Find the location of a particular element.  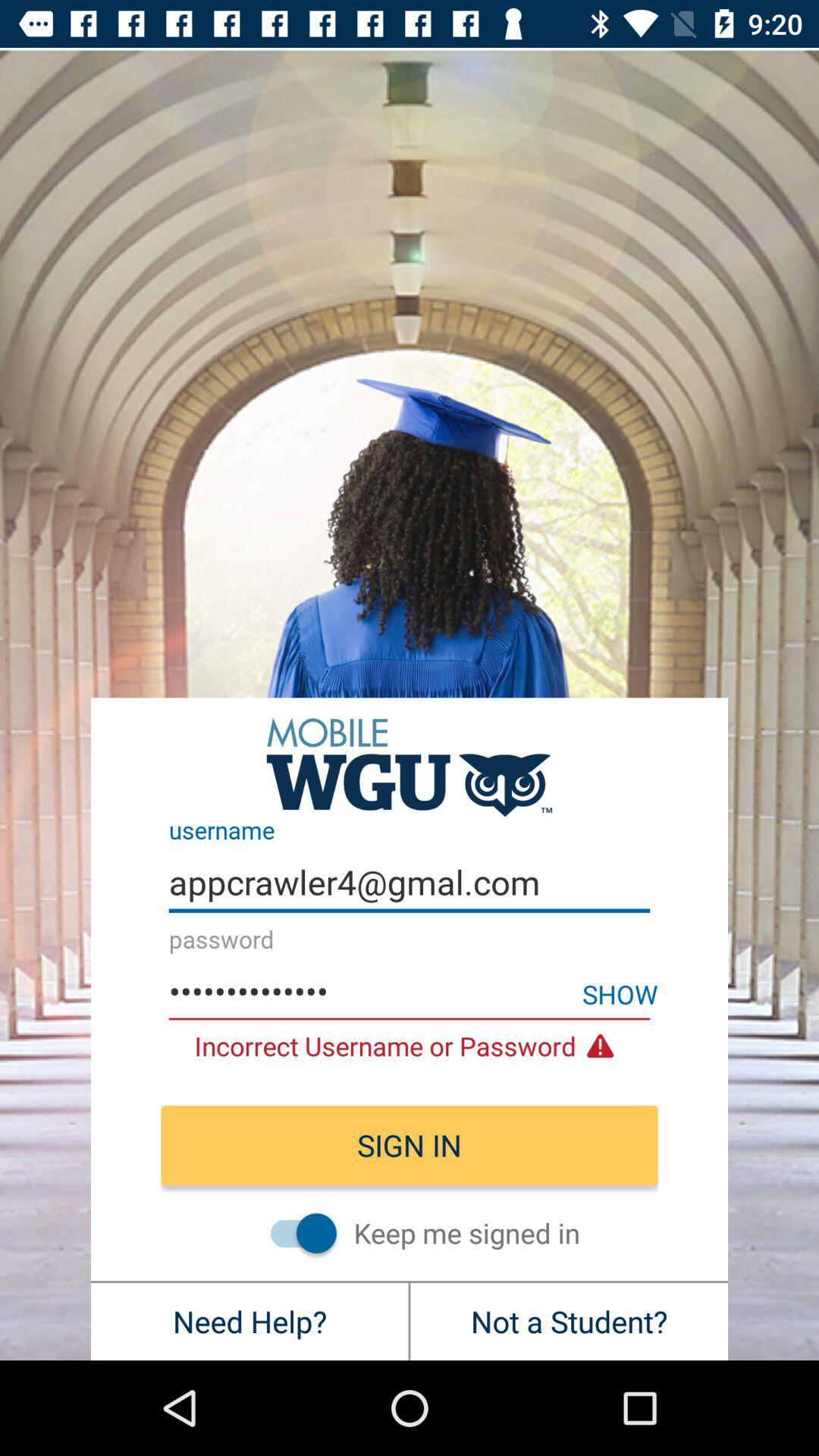

the show item is located at coordinates (620, 993).